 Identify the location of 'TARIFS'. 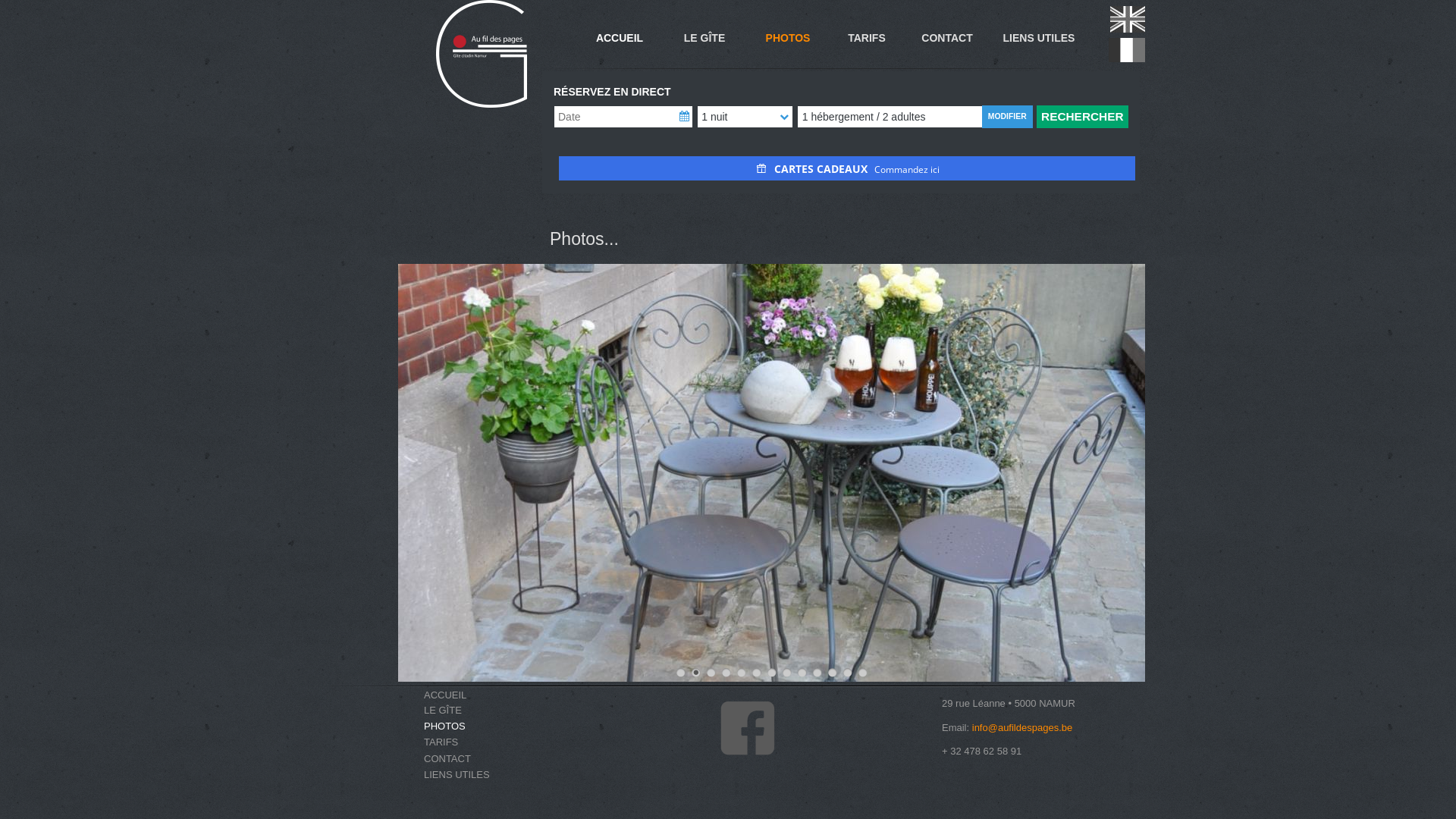
(472, 741).